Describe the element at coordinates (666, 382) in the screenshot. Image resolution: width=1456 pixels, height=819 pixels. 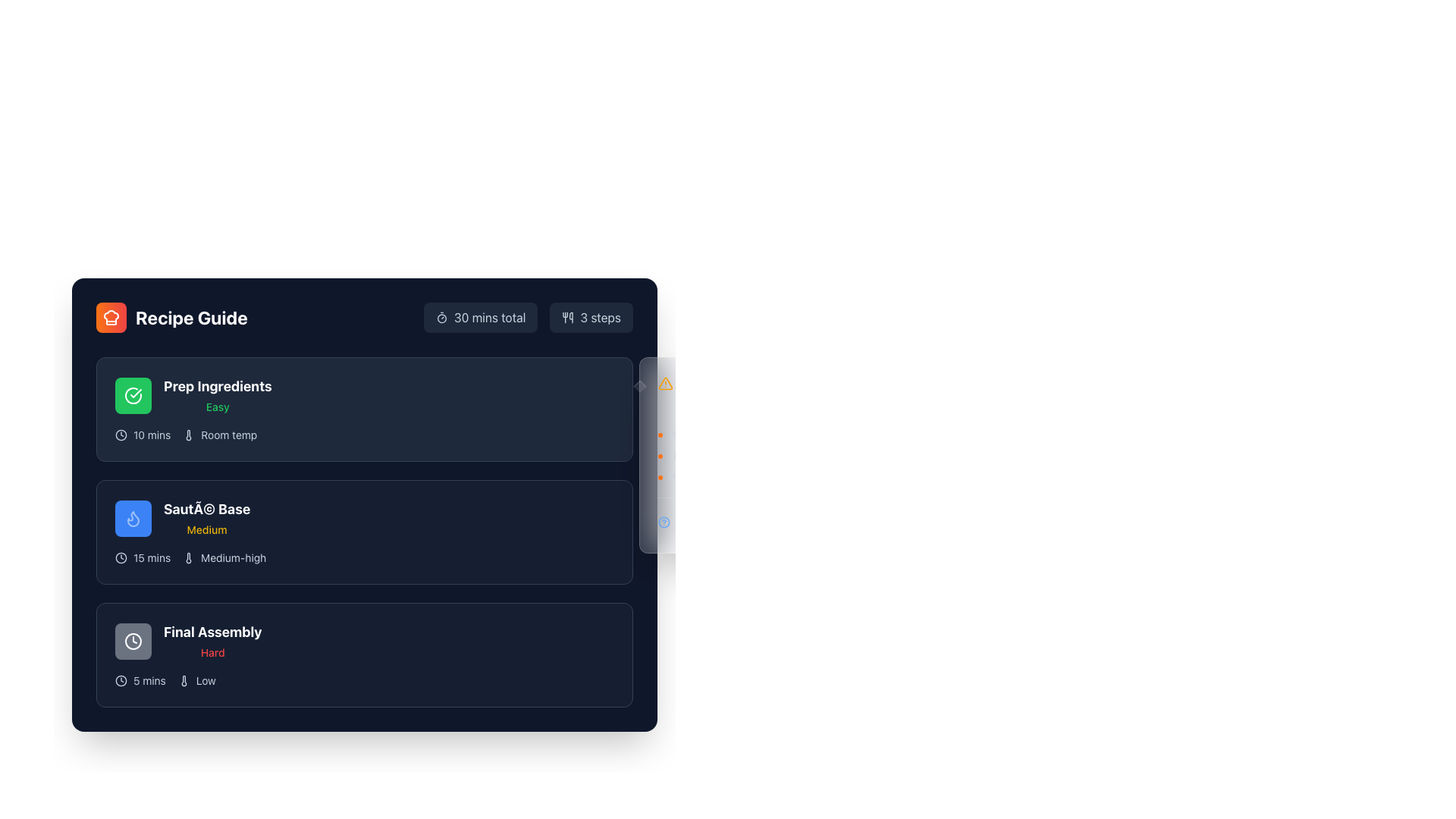
I see `the warning or alert icon located near the text 'Ensure ingredients are fresh' within the task item description block` at that location.